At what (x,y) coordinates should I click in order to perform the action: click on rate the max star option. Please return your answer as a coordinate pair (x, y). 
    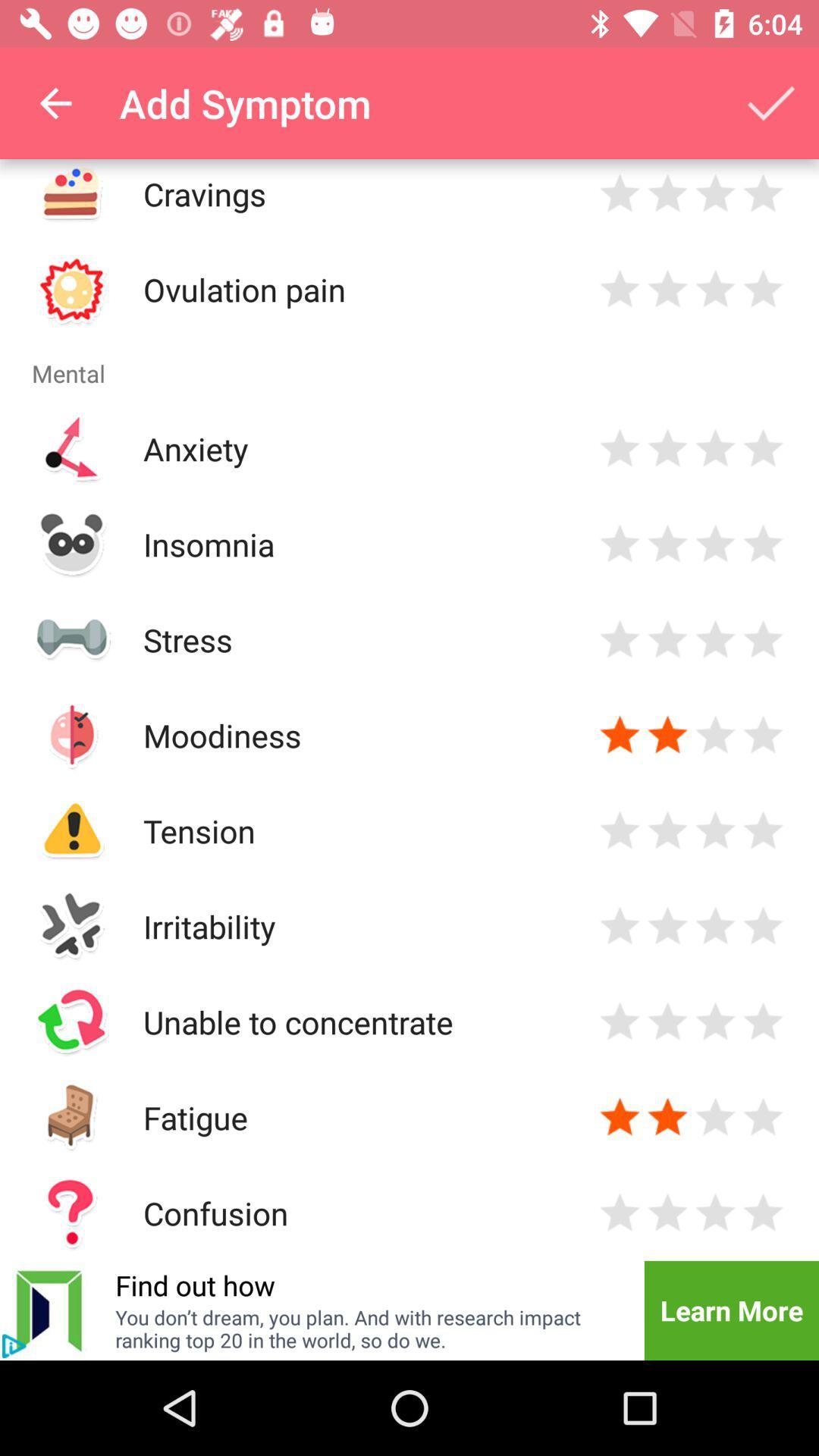
    Looking at the image, I should click on (763, 735).